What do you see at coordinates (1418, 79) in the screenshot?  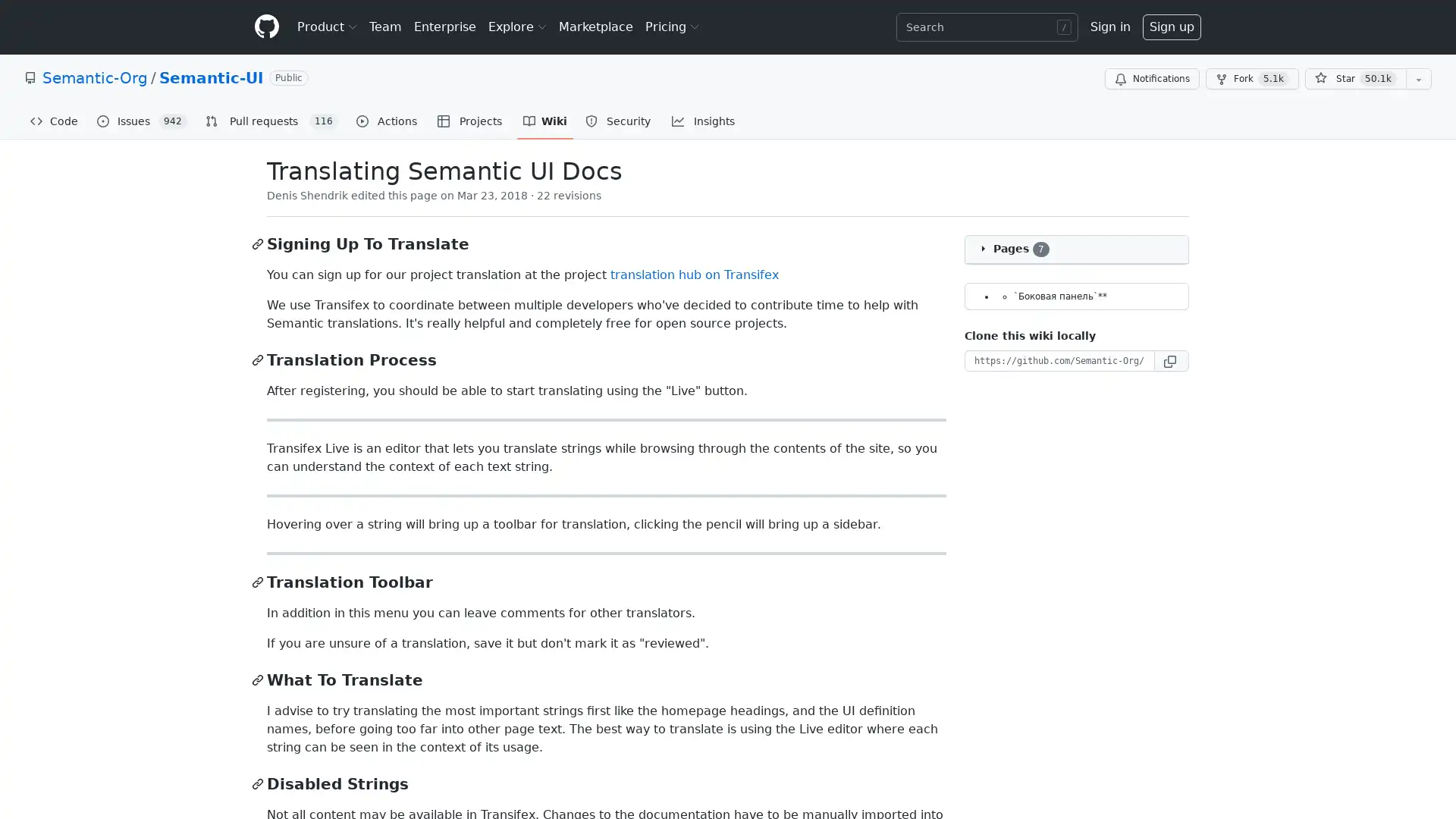 I see `You must be signed in to add this repository to a list` at bounding box center [1418, 79].